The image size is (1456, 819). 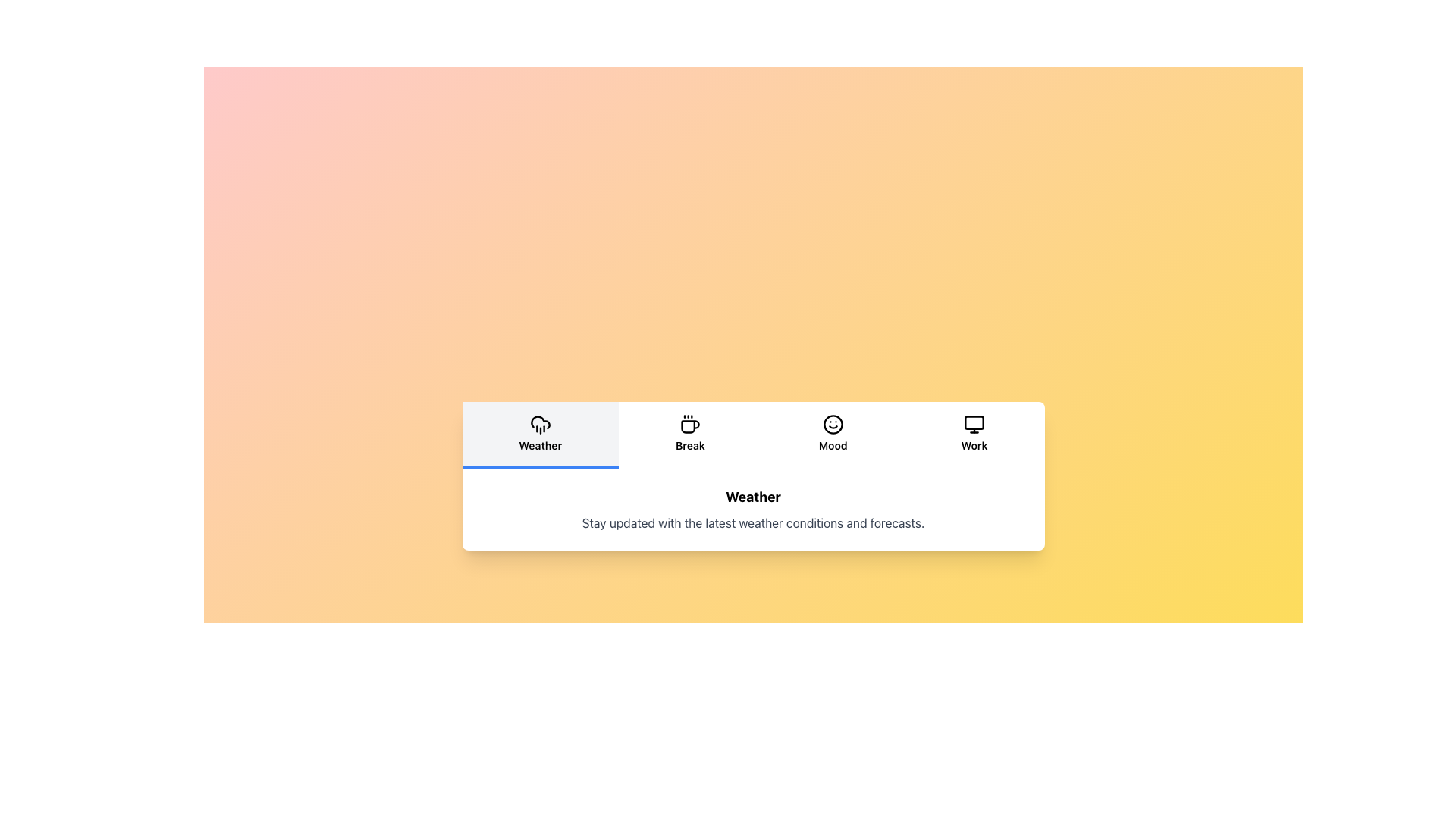 I want to click on the visual feedback upon interaction with the 'Weather' cloud-shaped icon, which is the first icon on the left of the navigation bar, so click(x=540, y=422).